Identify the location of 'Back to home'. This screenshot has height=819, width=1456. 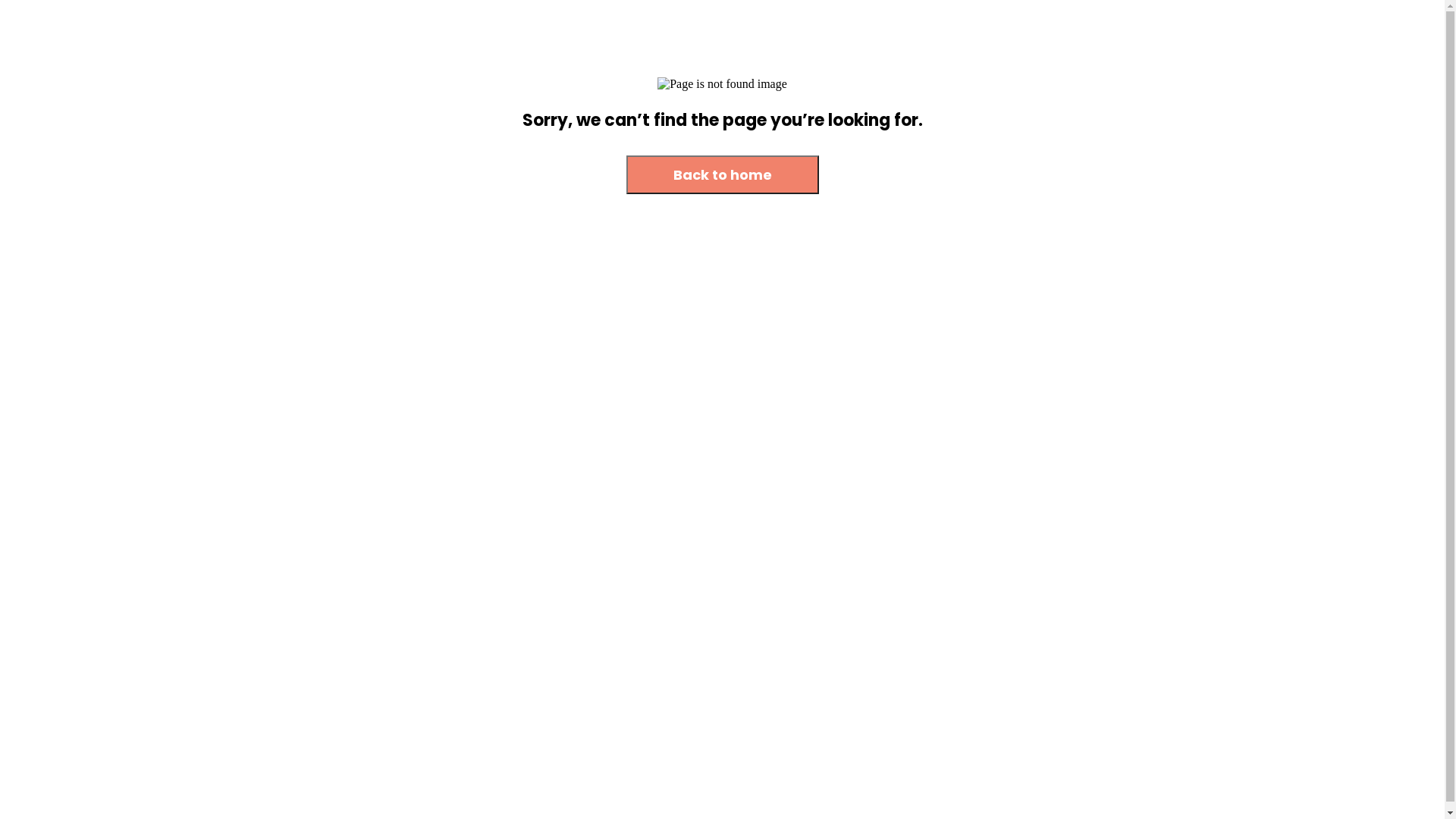
(722, 174).